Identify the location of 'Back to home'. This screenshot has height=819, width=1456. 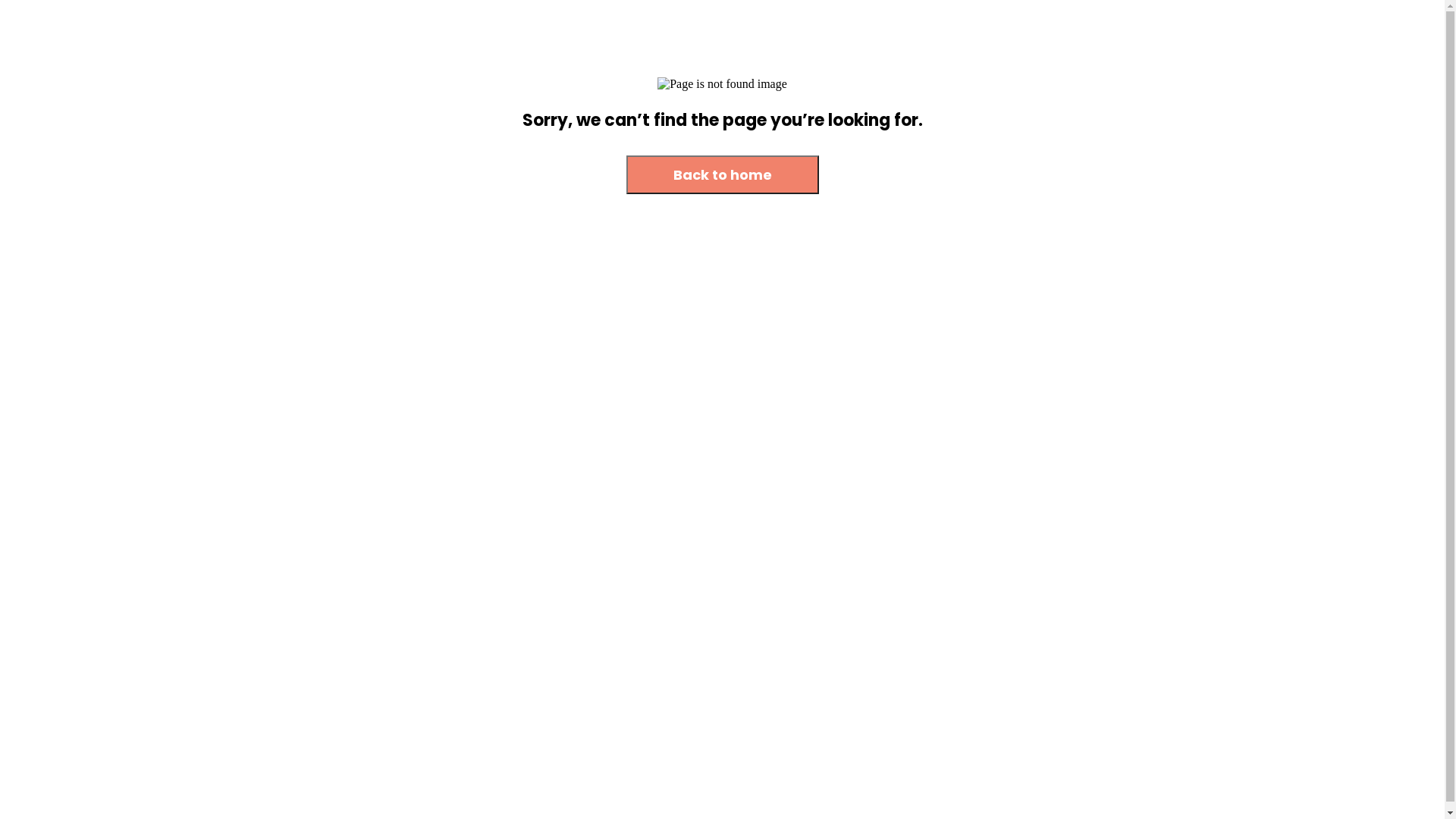
(722, 174).